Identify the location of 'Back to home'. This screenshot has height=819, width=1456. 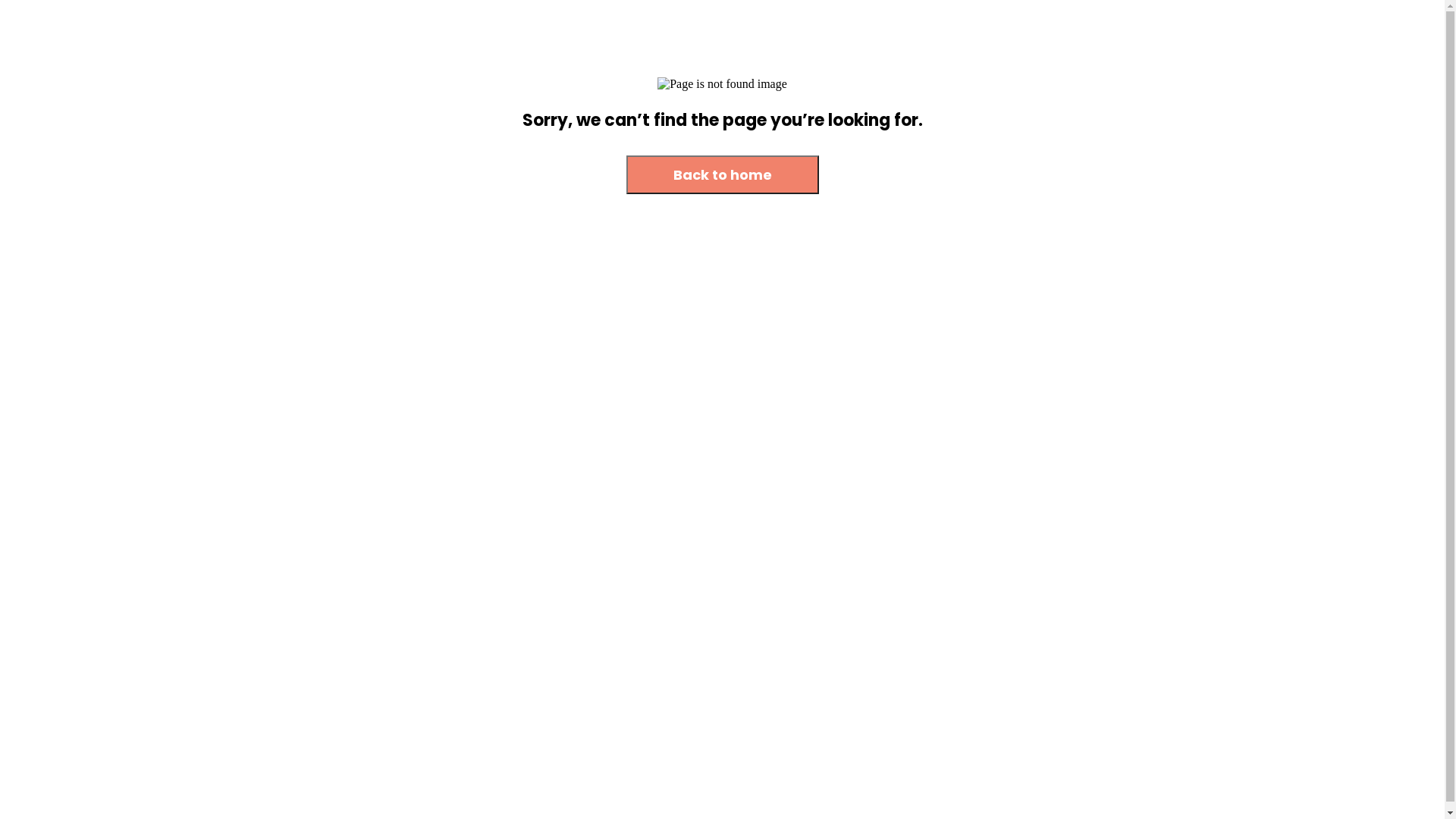
(722, 174).